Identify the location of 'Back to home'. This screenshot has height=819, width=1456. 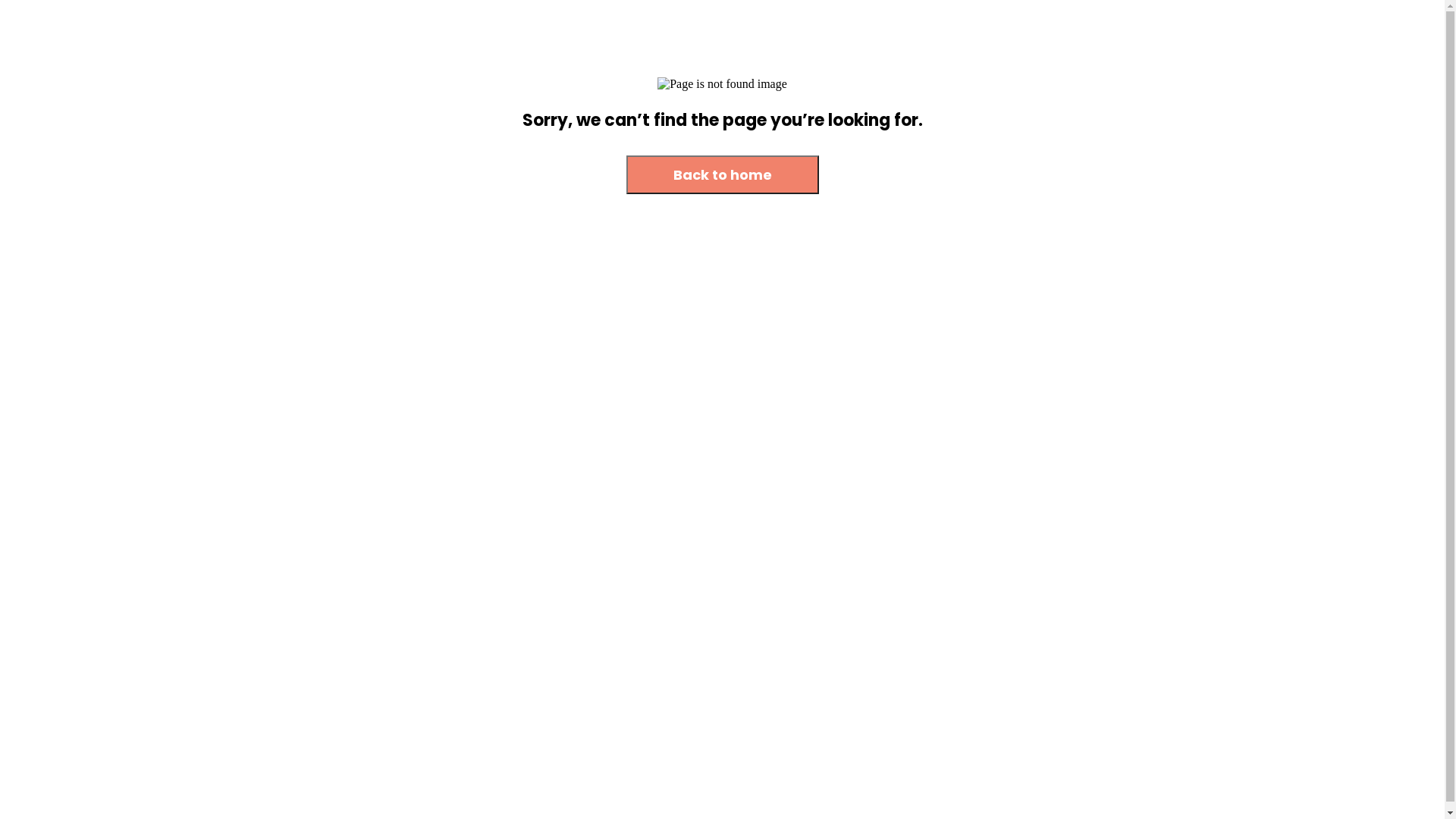
(722, 174).